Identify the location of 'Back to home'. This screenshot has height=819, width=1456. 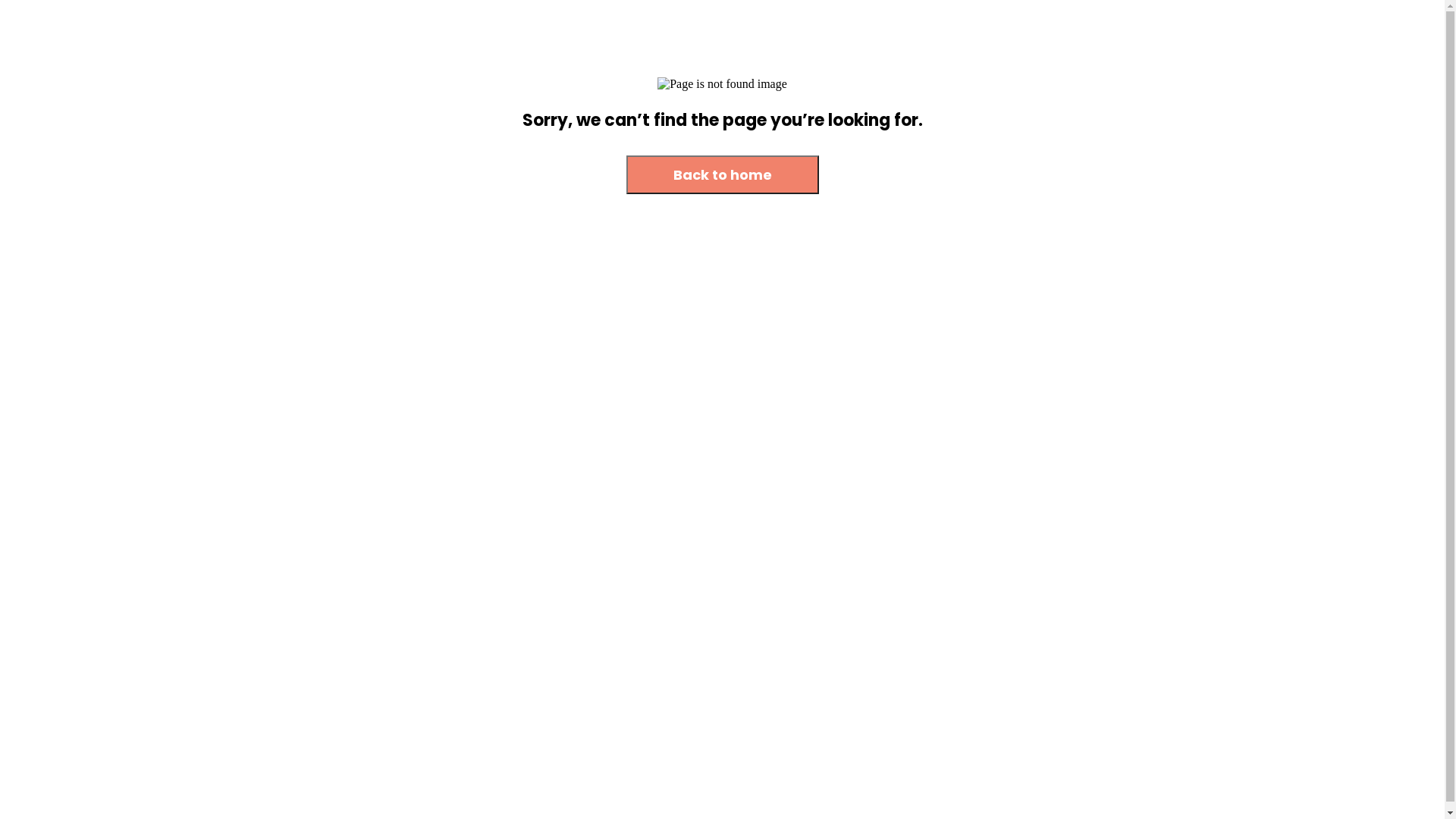
(722, 174).